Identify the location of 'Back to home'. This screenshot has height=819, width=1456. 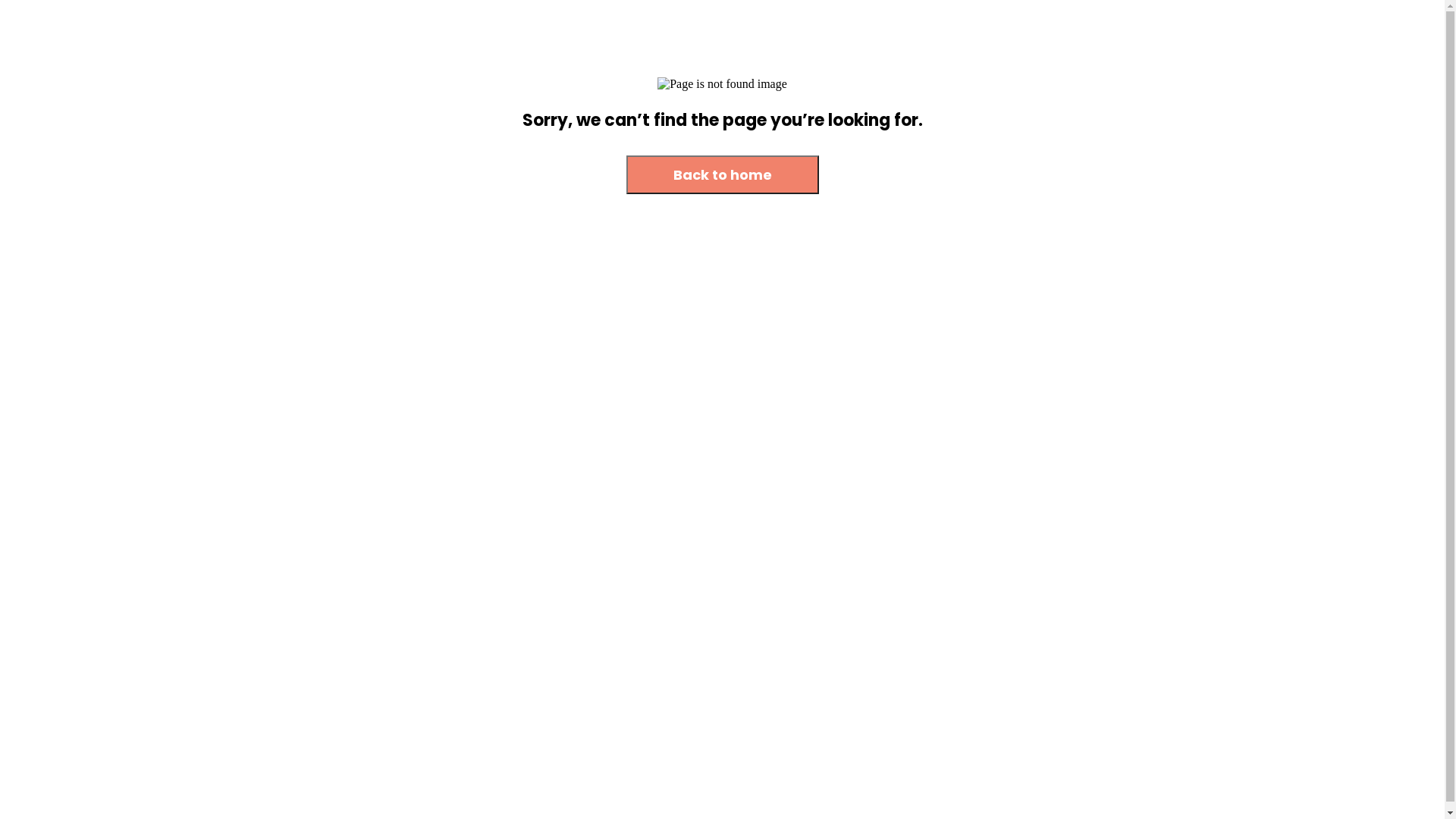
(722, 174).